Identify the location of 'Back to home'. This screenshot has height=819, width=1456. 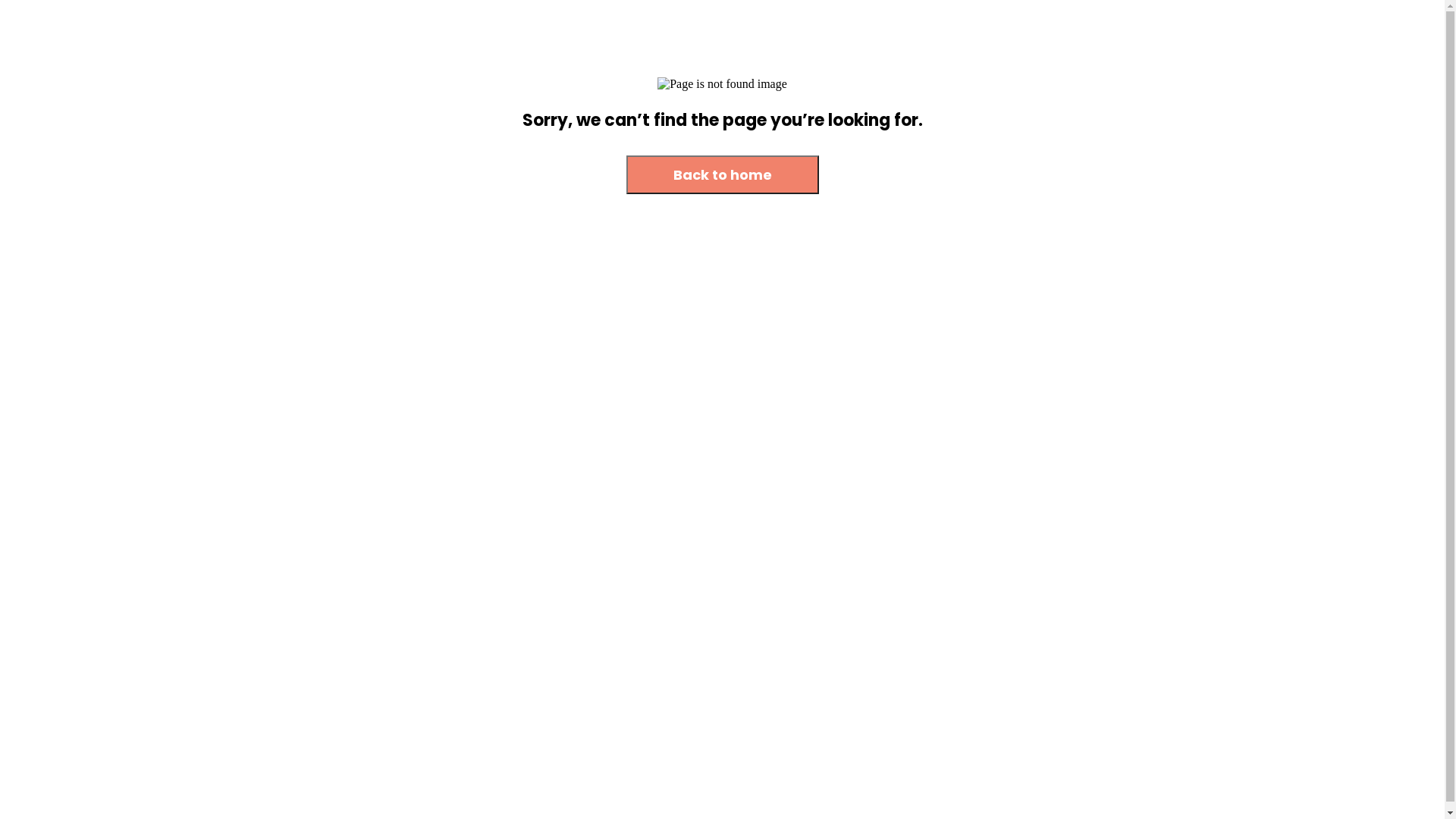
(722, 174).